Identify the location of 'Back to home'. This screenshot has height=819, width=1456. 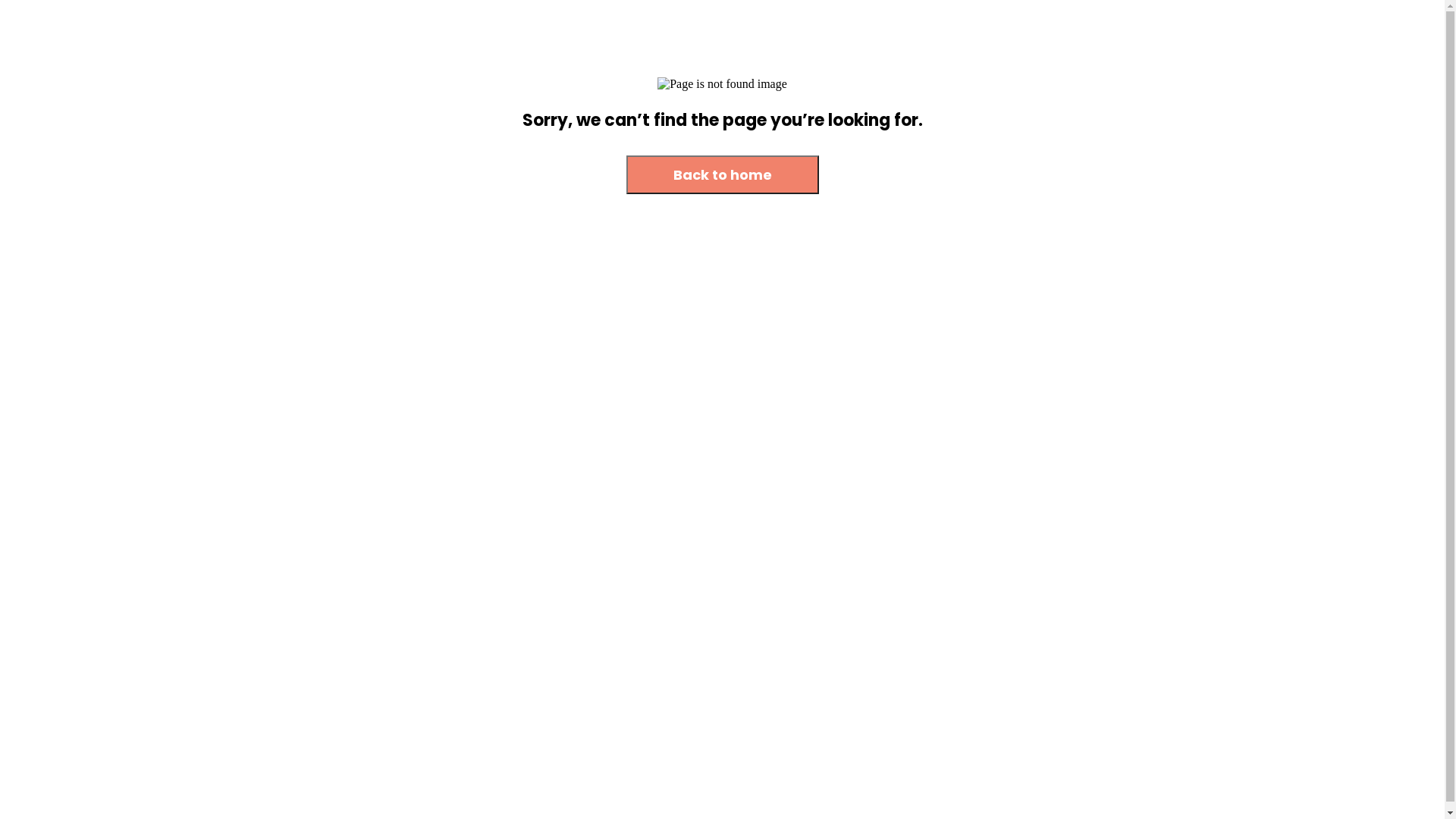
(722, 174).